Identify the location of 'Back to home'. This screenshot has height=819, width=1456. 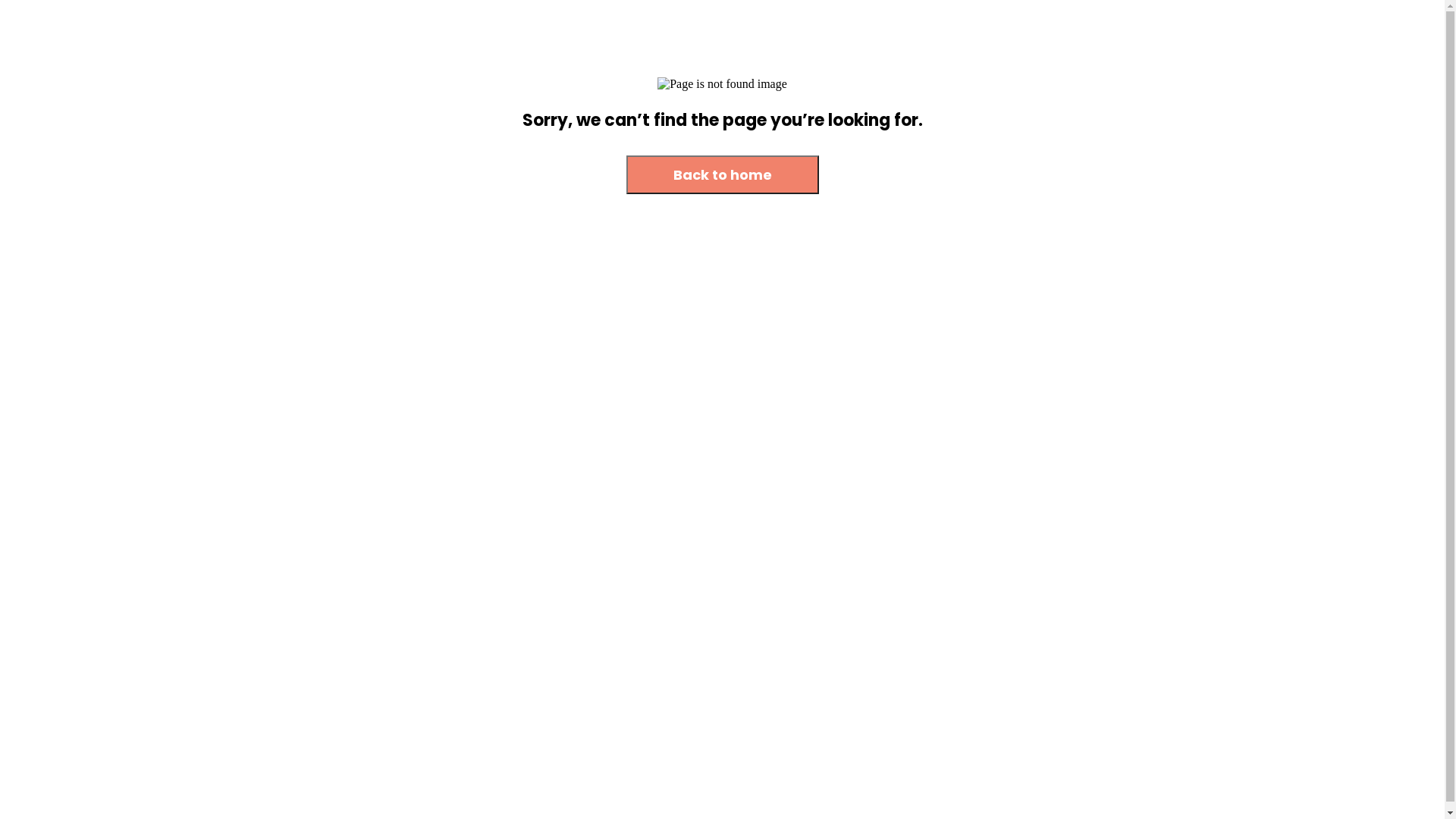
(722, 174).